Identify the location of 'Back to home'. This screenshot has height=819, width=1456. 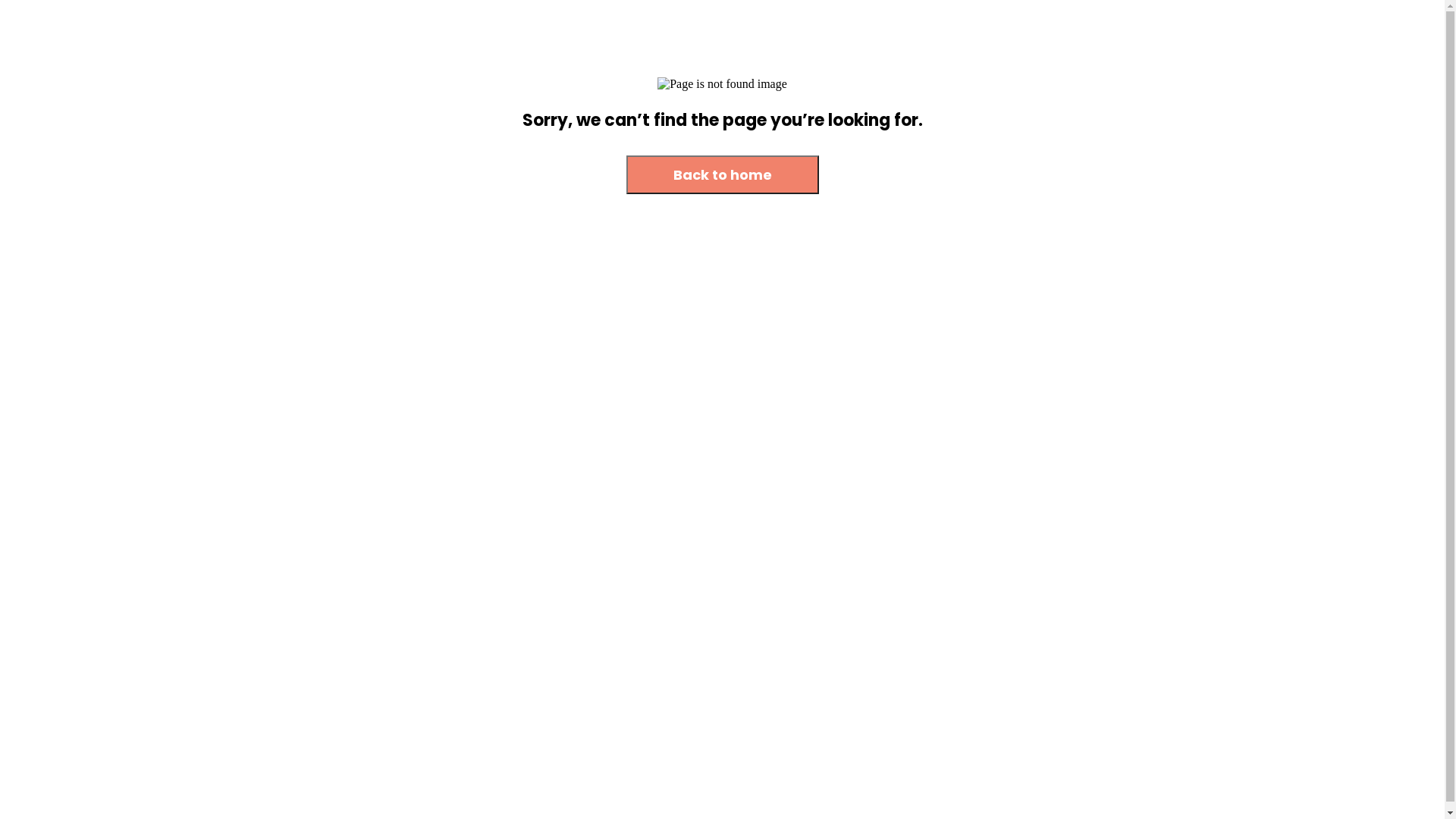
(722, 174).